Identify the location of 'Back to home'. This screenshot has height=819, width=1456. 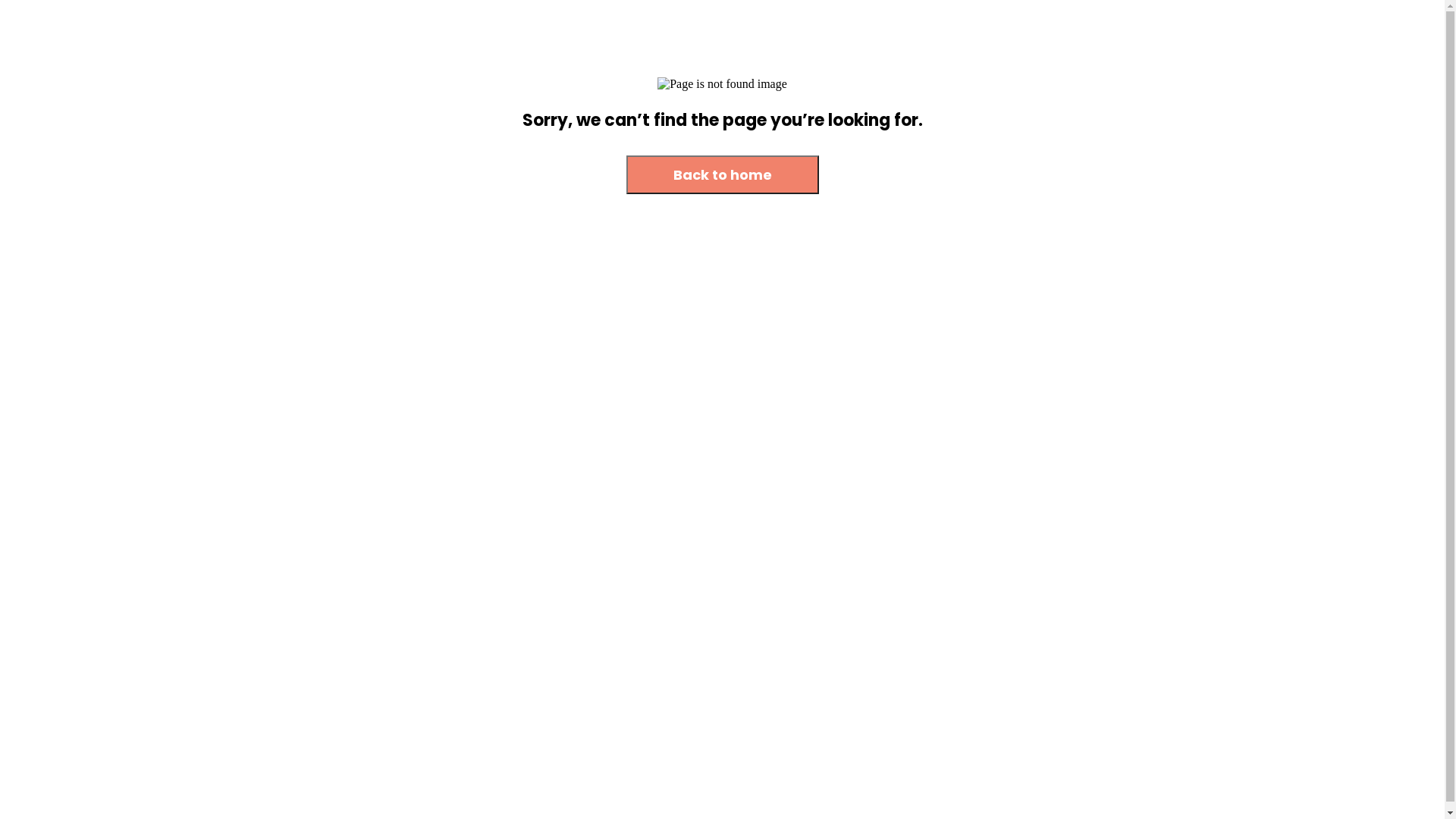
(722, 174).